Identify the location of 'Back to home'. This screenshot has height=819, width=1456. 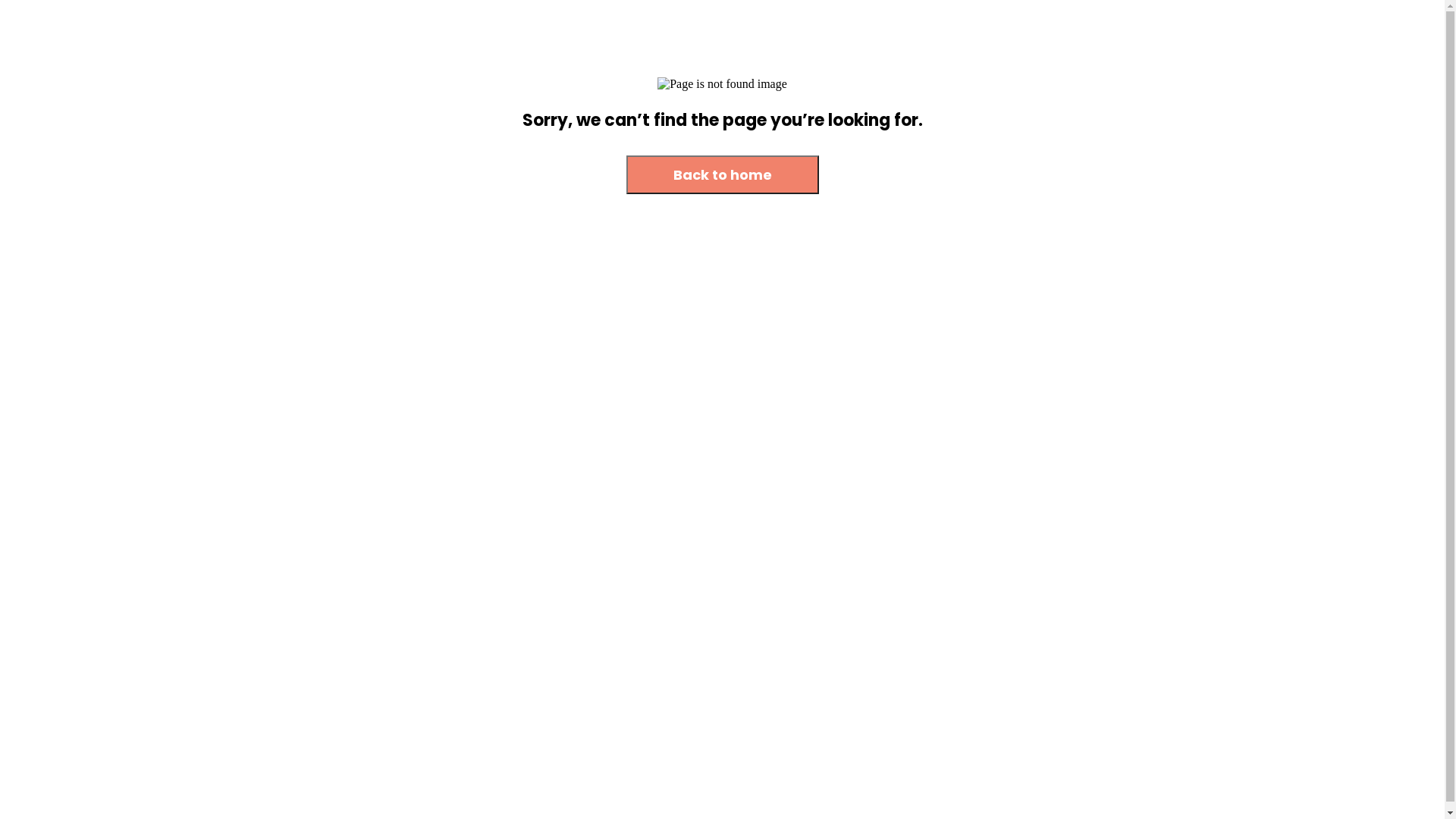
(722, 174).